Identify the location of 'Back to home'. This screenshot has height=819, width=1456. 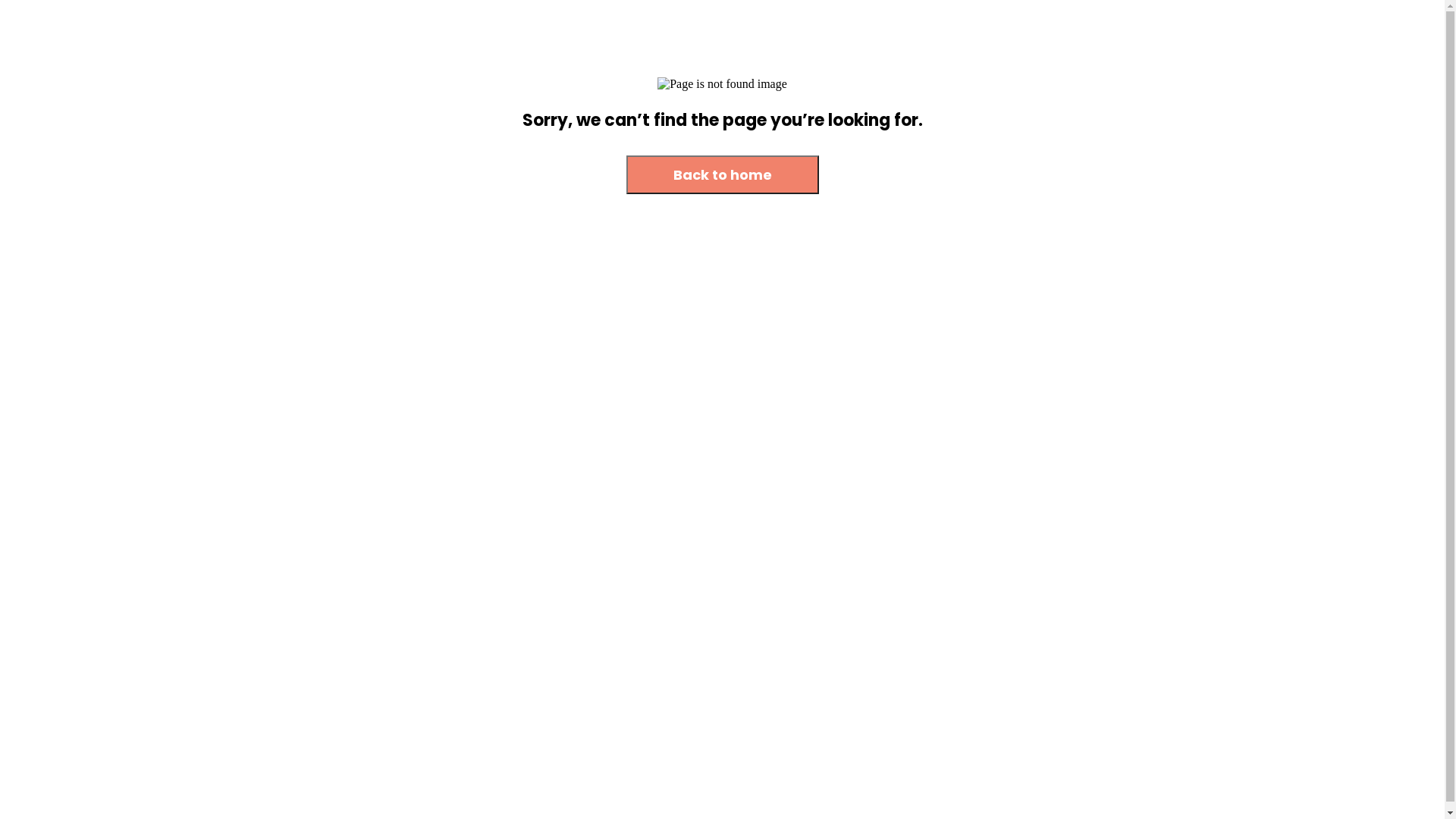
(722, 174).